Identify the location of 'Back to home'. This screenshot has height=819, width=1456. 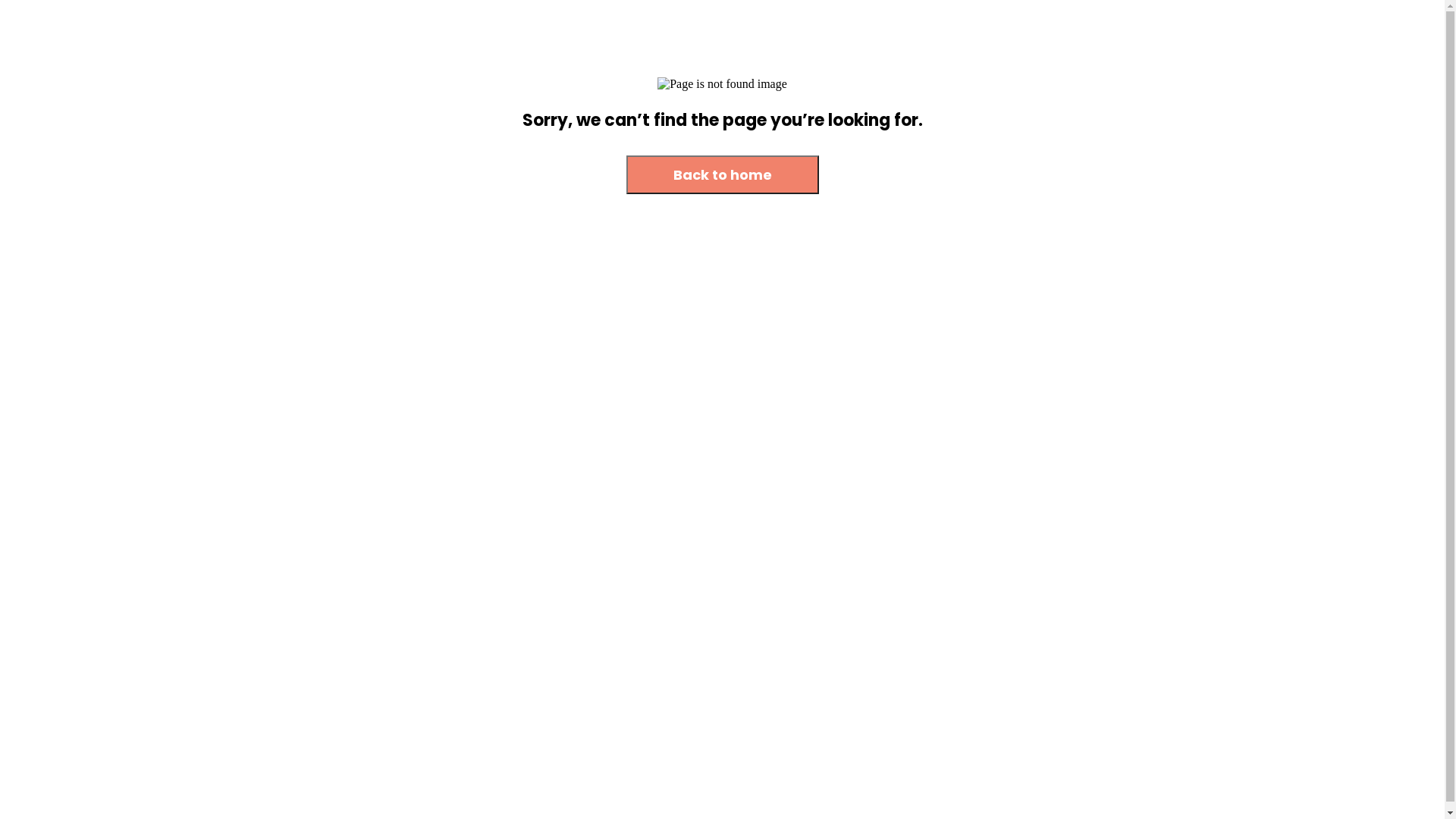
(722, 174).